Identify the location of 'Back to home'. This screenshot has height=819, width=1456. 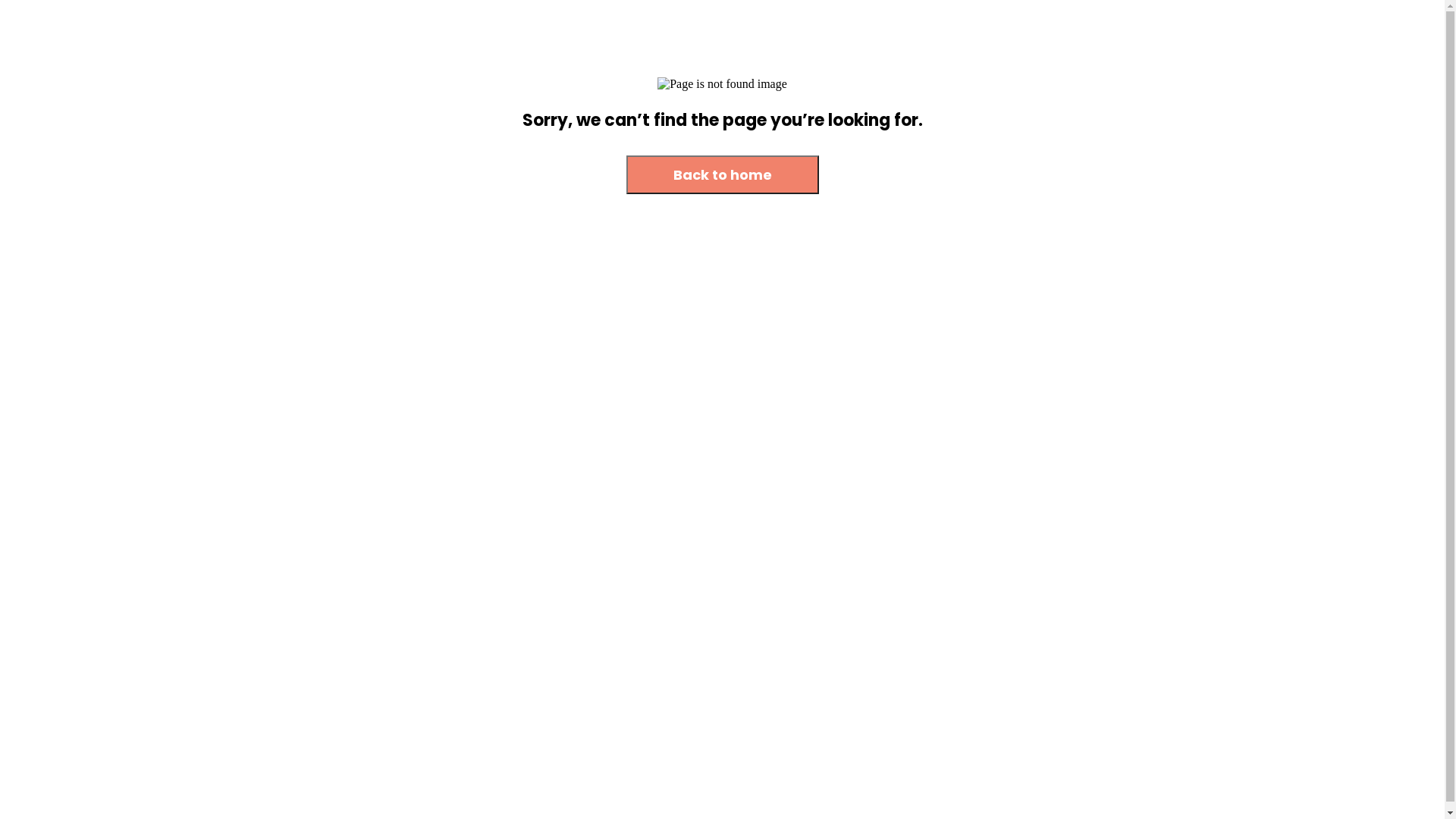
(722, 174).